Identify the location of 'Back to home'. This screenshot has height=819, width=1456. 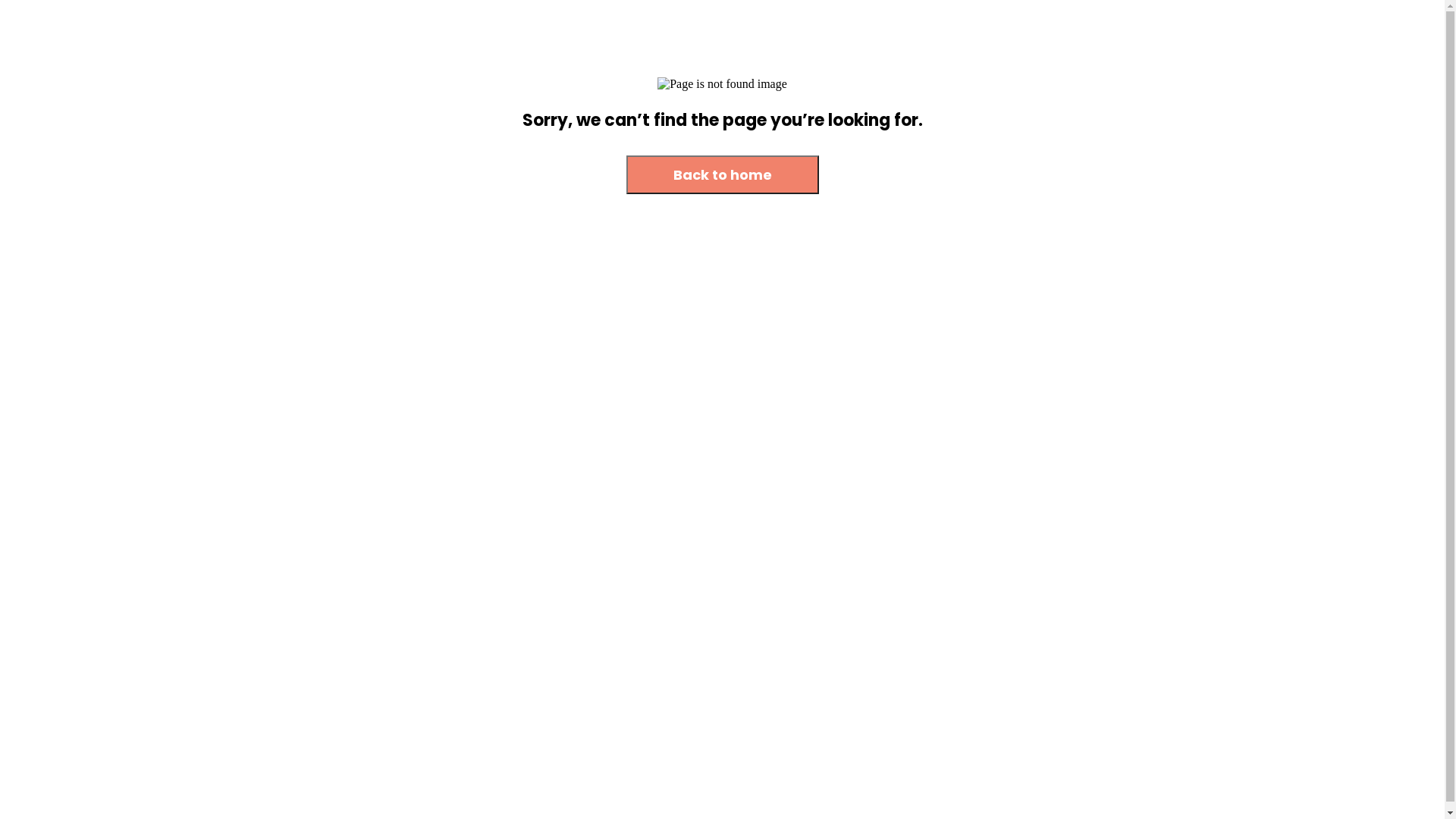
(722, 174).